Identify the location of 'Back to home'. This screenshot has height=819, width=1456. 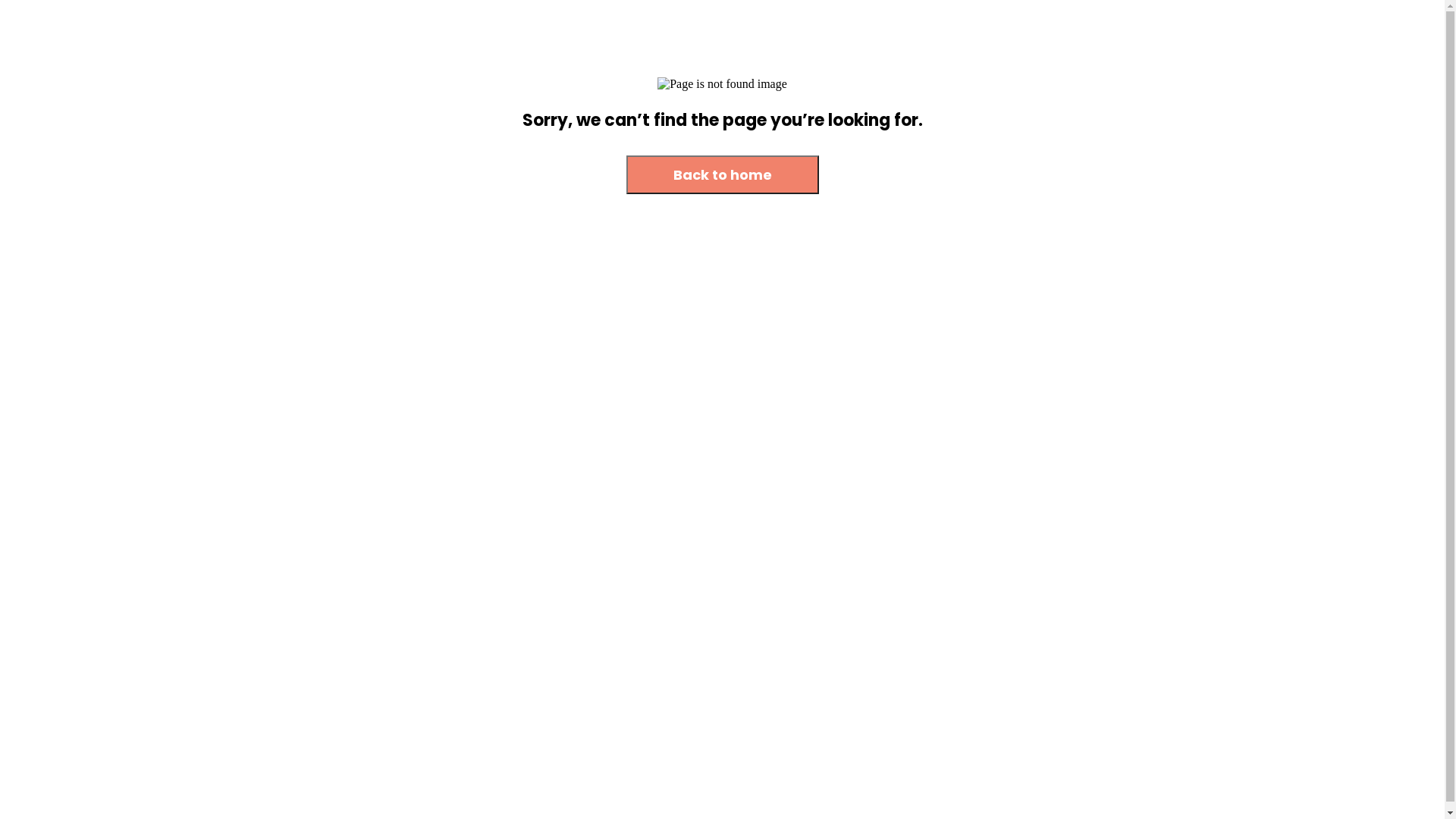
(722, 174).